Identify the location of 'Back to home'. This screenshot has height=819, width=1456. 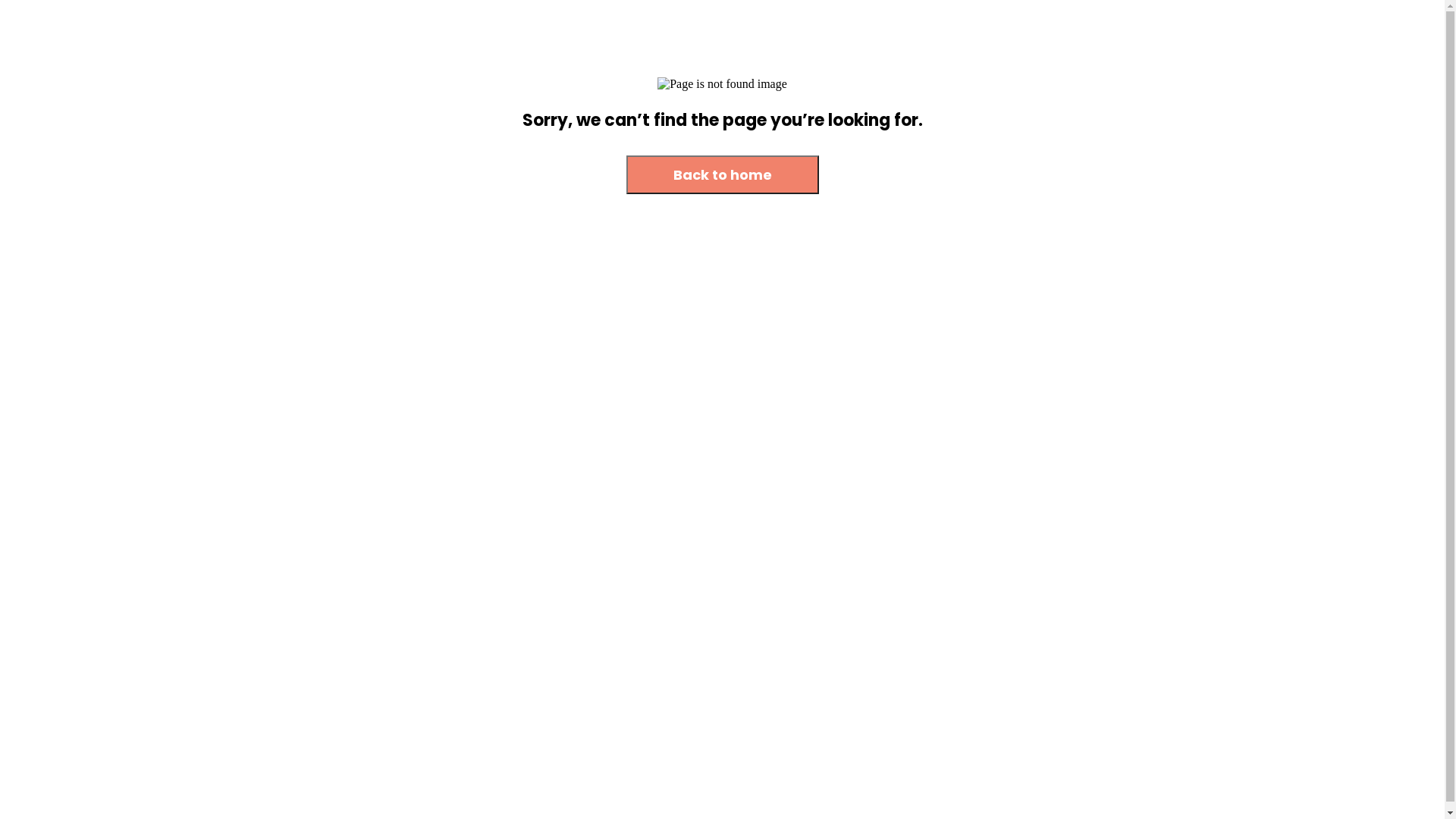
(722, 174).